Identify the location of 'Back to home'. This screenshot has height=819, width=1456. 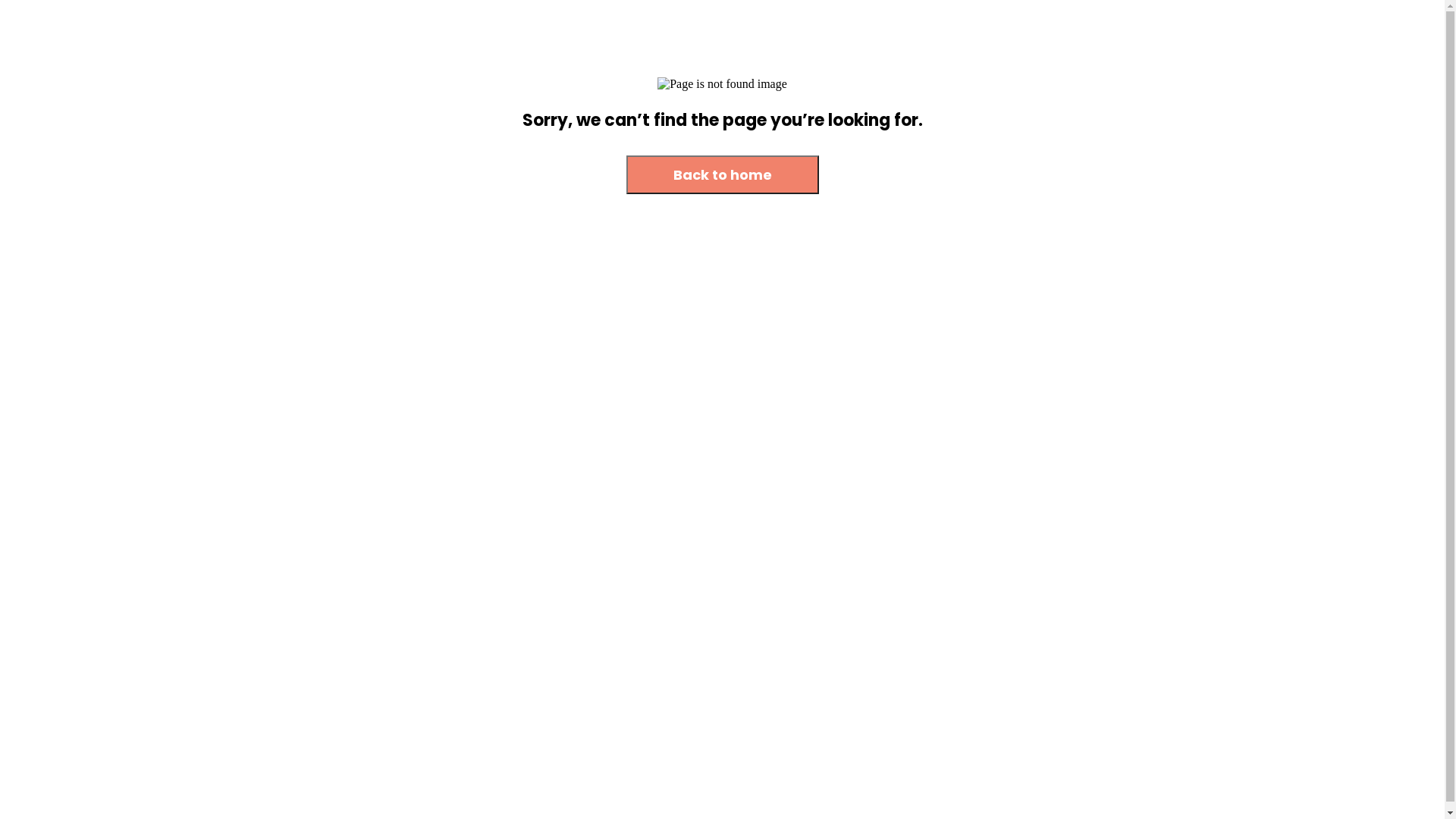
(722, 174).